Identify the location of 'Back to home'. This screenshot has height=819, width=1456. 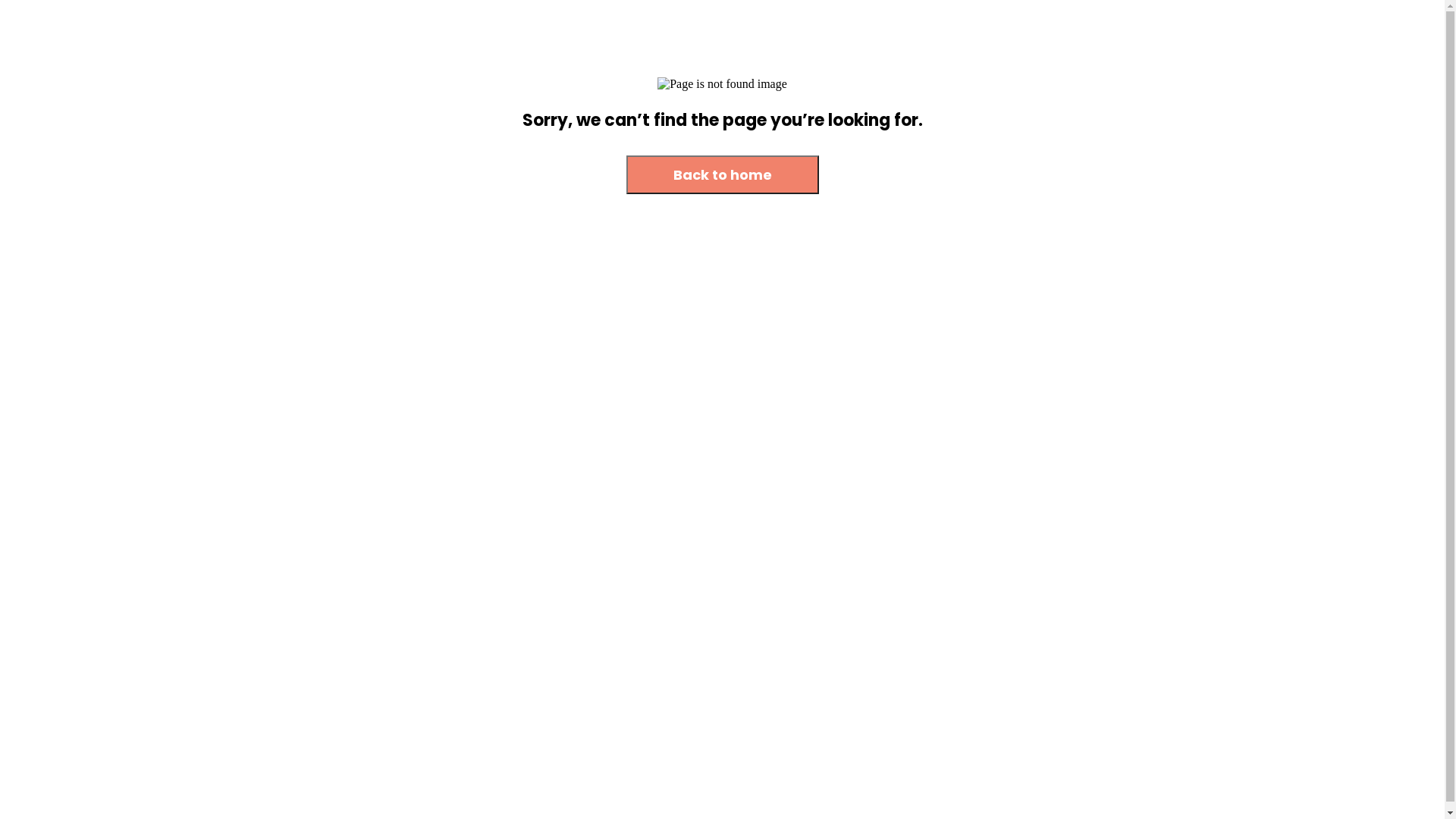
(722, 174).